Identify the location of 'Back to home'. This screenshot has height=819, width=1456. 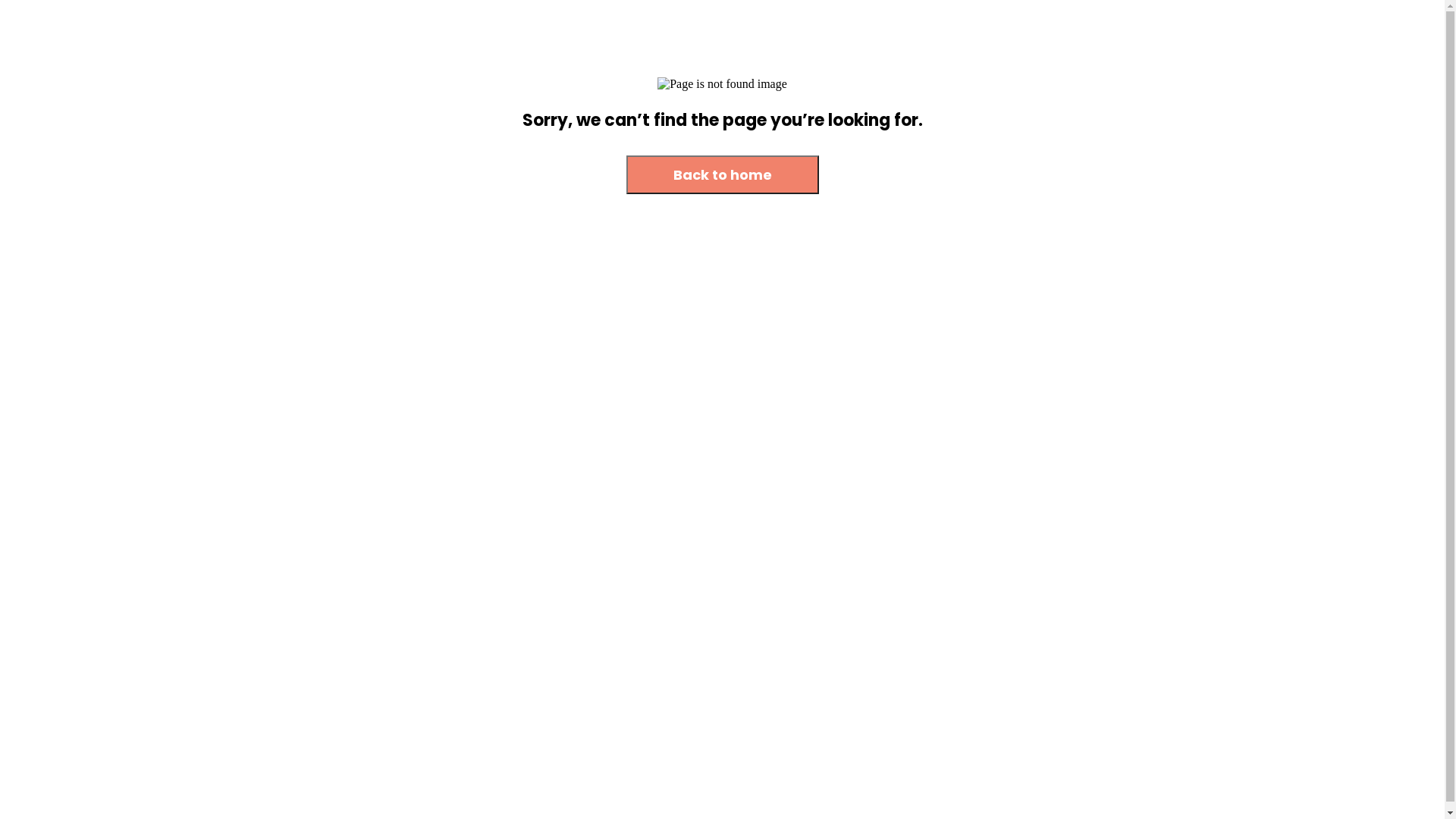
(722, 174).